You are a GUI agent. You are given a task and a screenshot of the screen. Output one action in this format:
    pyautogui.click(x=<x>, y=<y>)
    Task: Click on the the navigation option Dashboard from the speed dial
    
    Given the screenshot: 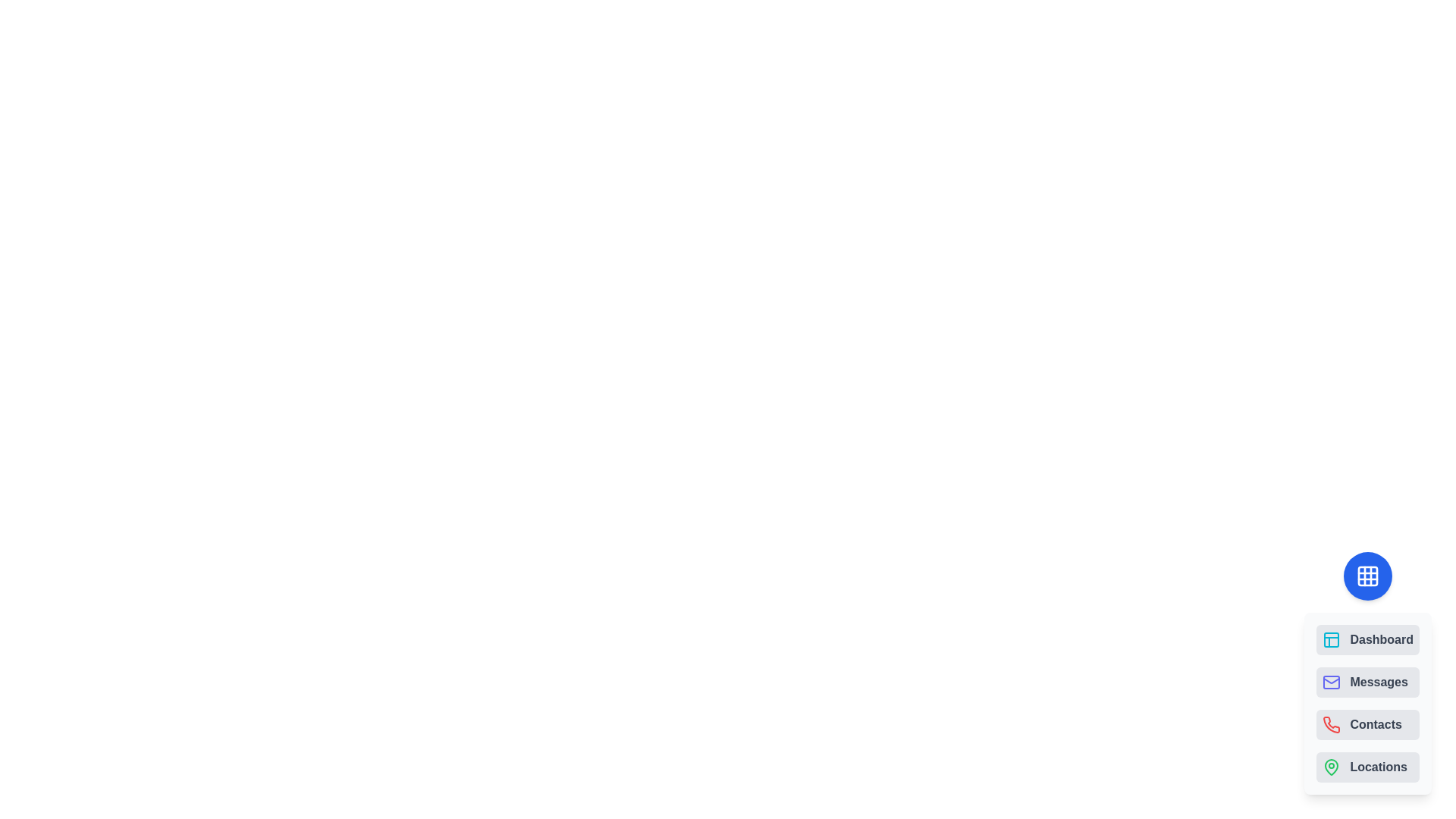 What is the action you would take?
    pyautogui.click(x=1368, y=640)
    